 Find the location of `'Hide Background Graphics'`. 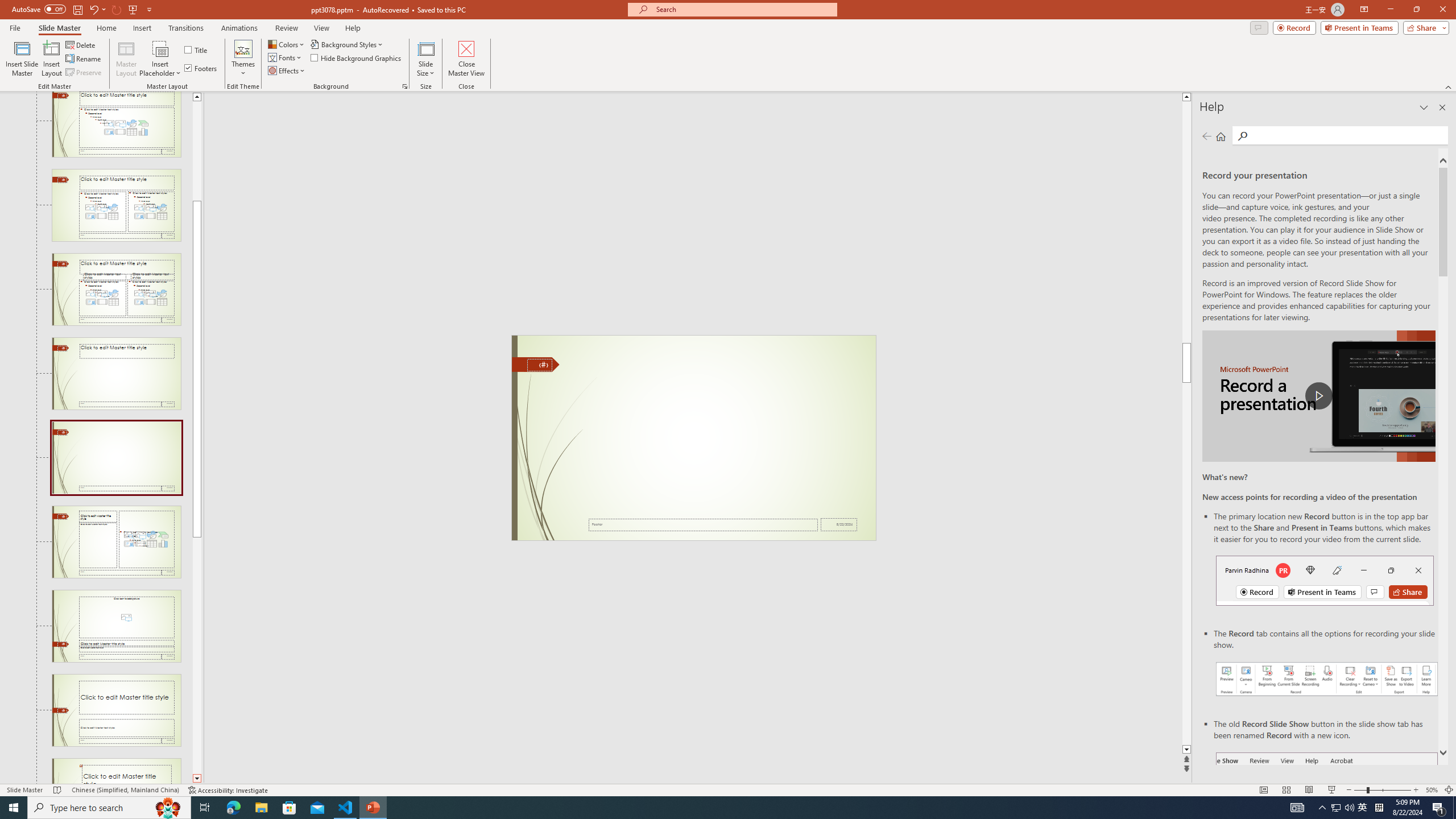

'Hide Background Graphics' is located at coordinates (357, 56).